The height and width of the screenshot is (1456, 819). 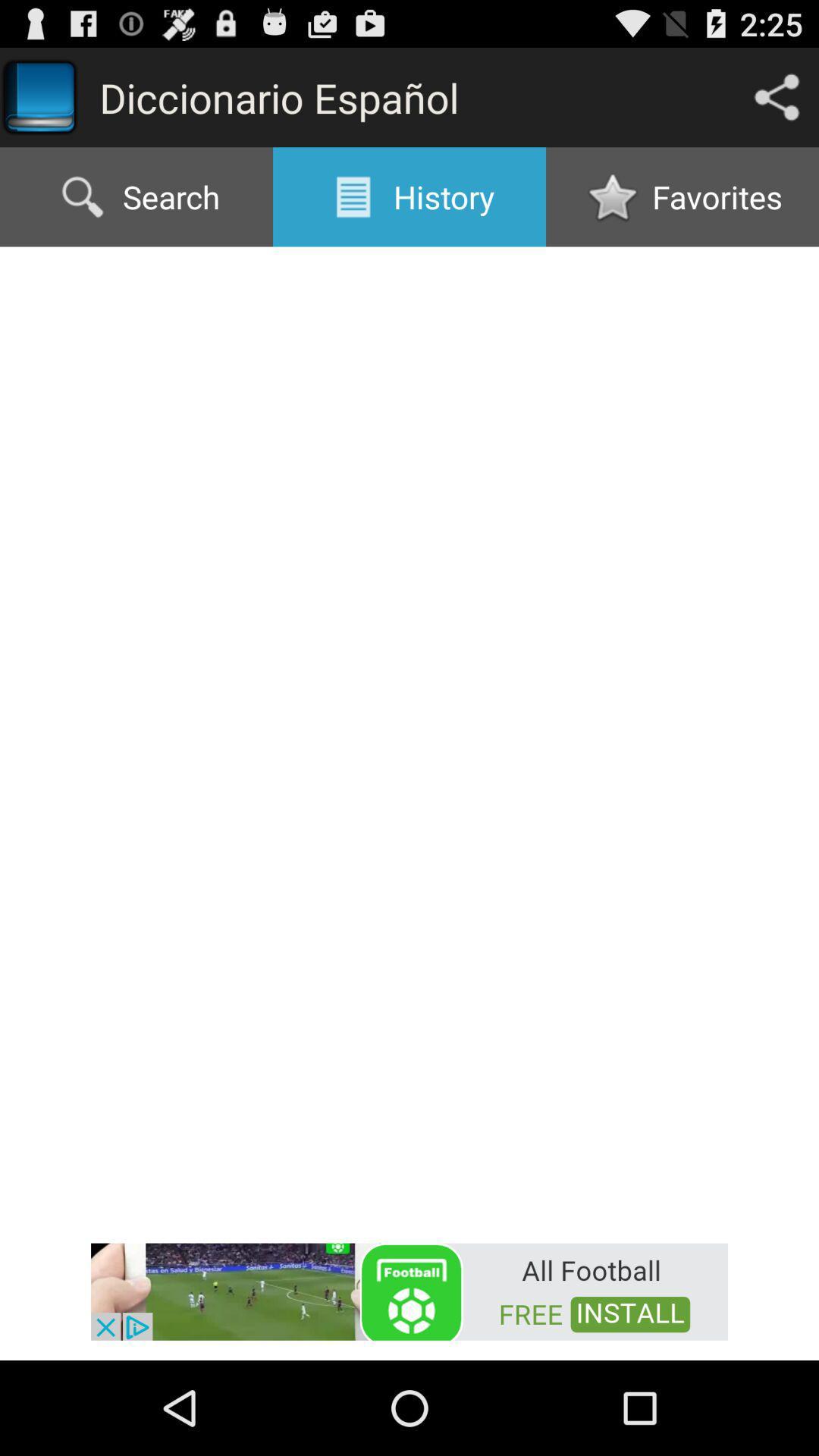 I want to click on the share icon, so click(x=777, y=103).